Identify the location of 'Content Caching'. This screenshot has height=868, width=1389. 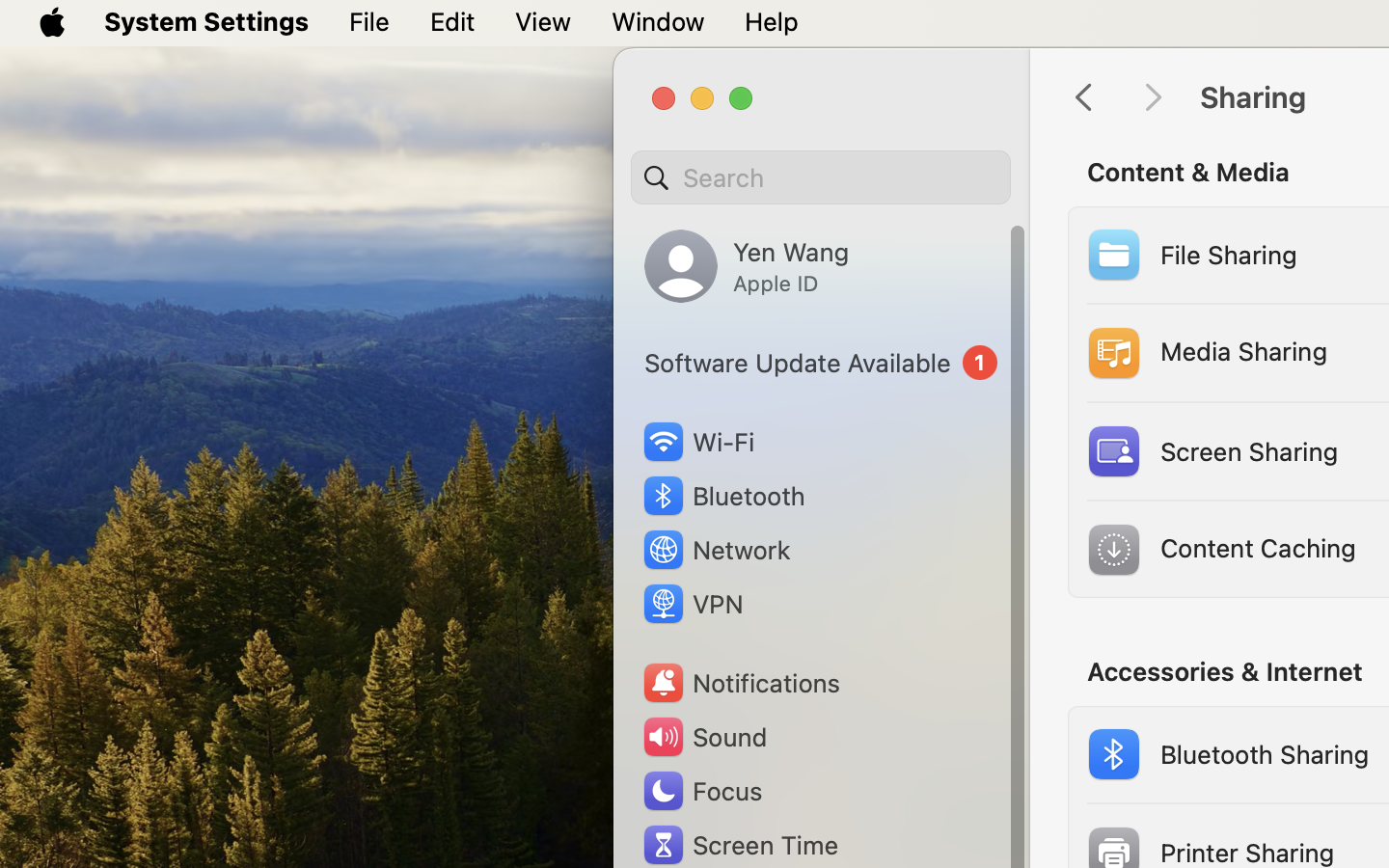
(1219, 549).